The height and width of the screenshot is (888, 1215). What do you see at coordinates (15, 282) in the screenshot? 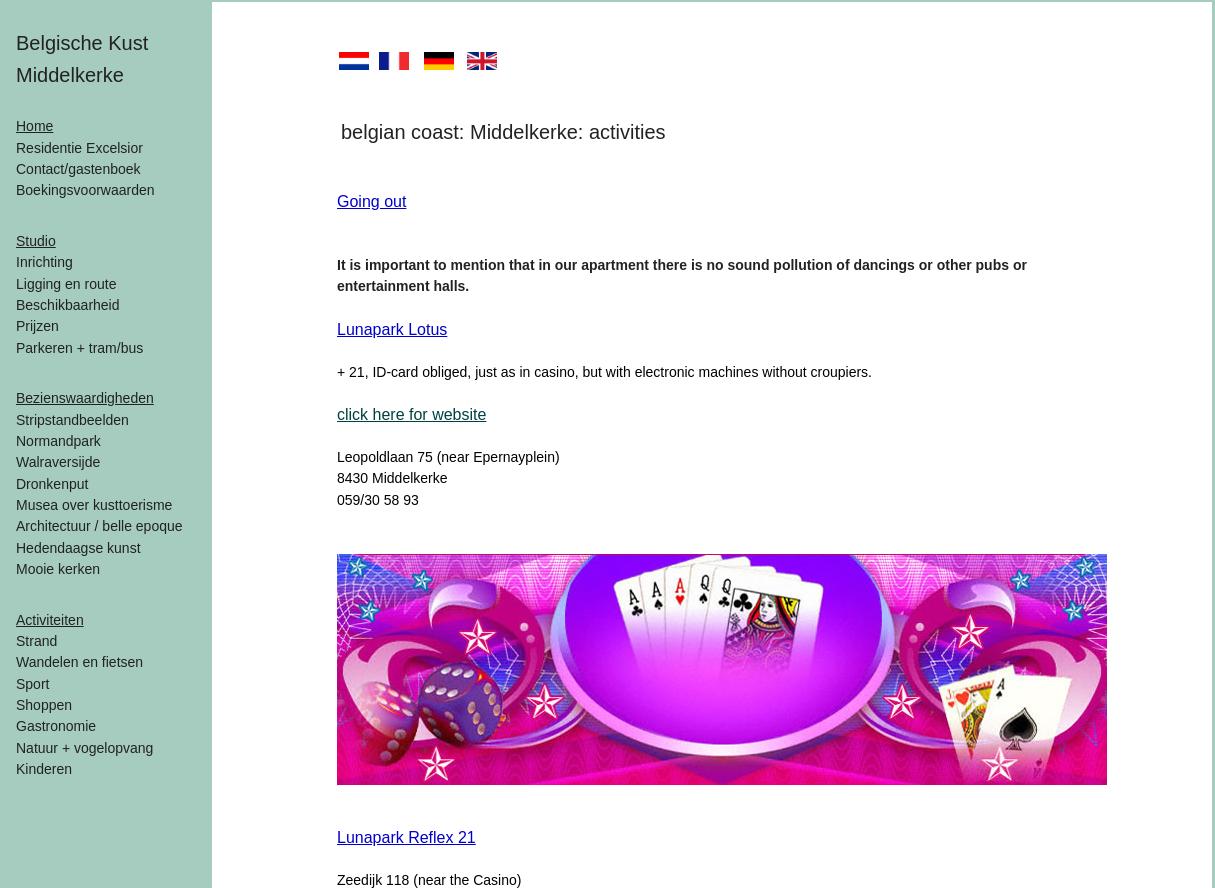
I see `'Ligging en route'` at bounding box center [15, 282].